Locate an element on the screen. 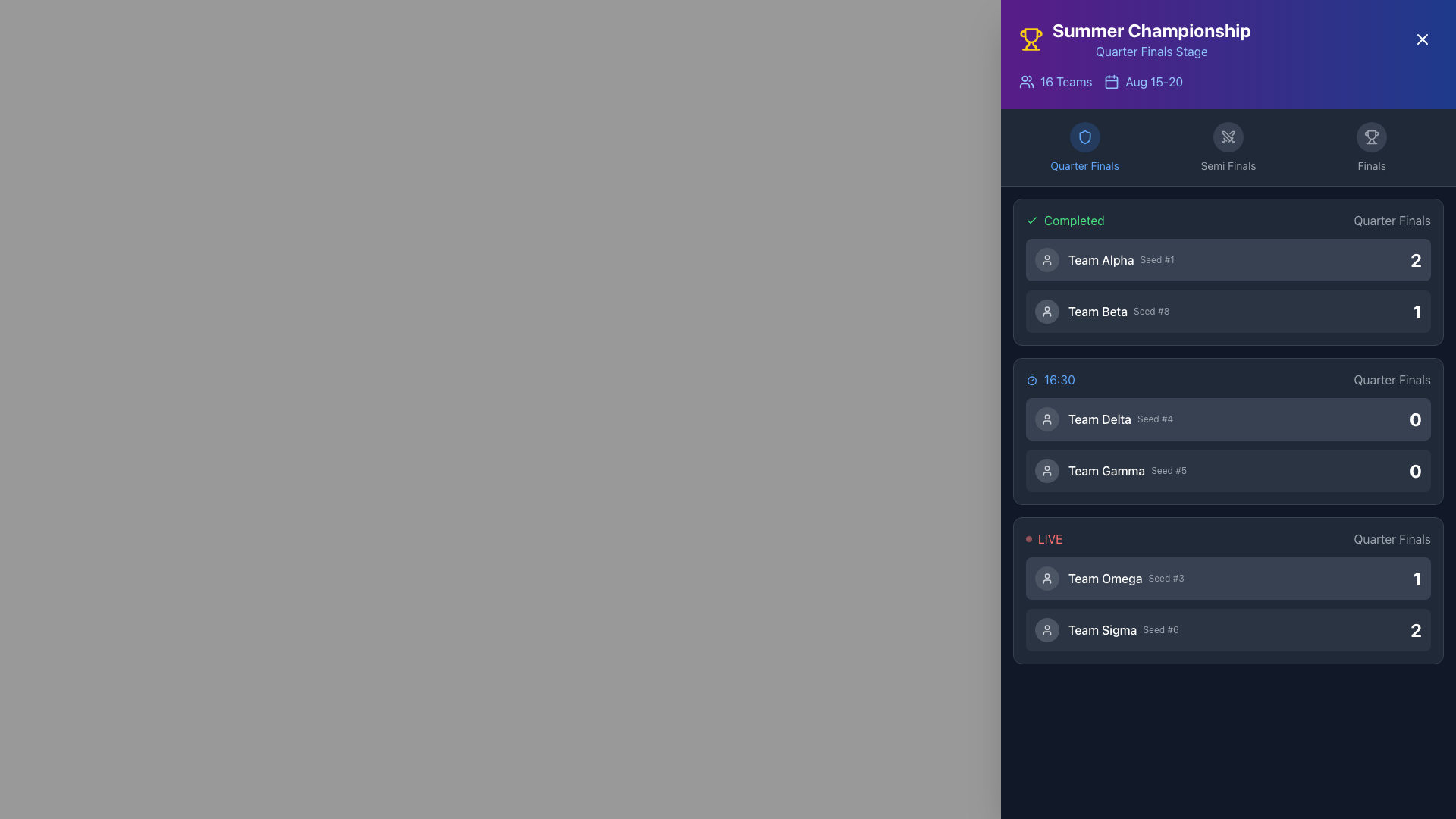 Image resolution: width=1456 pixels, height=819 pixels. text label that identifies 'Team Beta' and its designation 'Seed #8' in the tournament progress interface, located in the 'Completed' matches section is located at coordinates (1119, 311).